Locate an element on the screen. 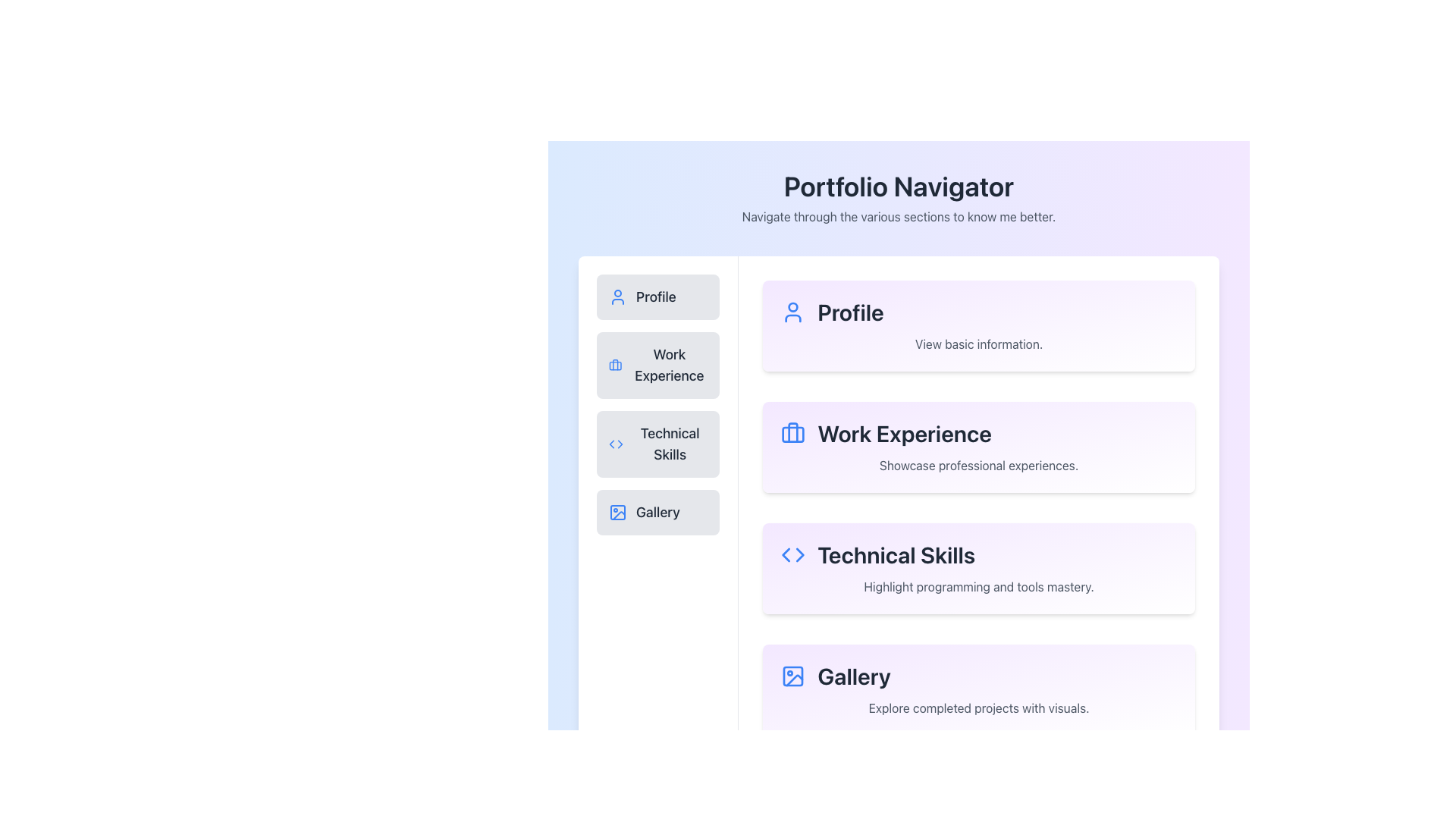  the blue briefcase icon located at the start of the 'Work Experience' section header is located at coordinates (792, 433).